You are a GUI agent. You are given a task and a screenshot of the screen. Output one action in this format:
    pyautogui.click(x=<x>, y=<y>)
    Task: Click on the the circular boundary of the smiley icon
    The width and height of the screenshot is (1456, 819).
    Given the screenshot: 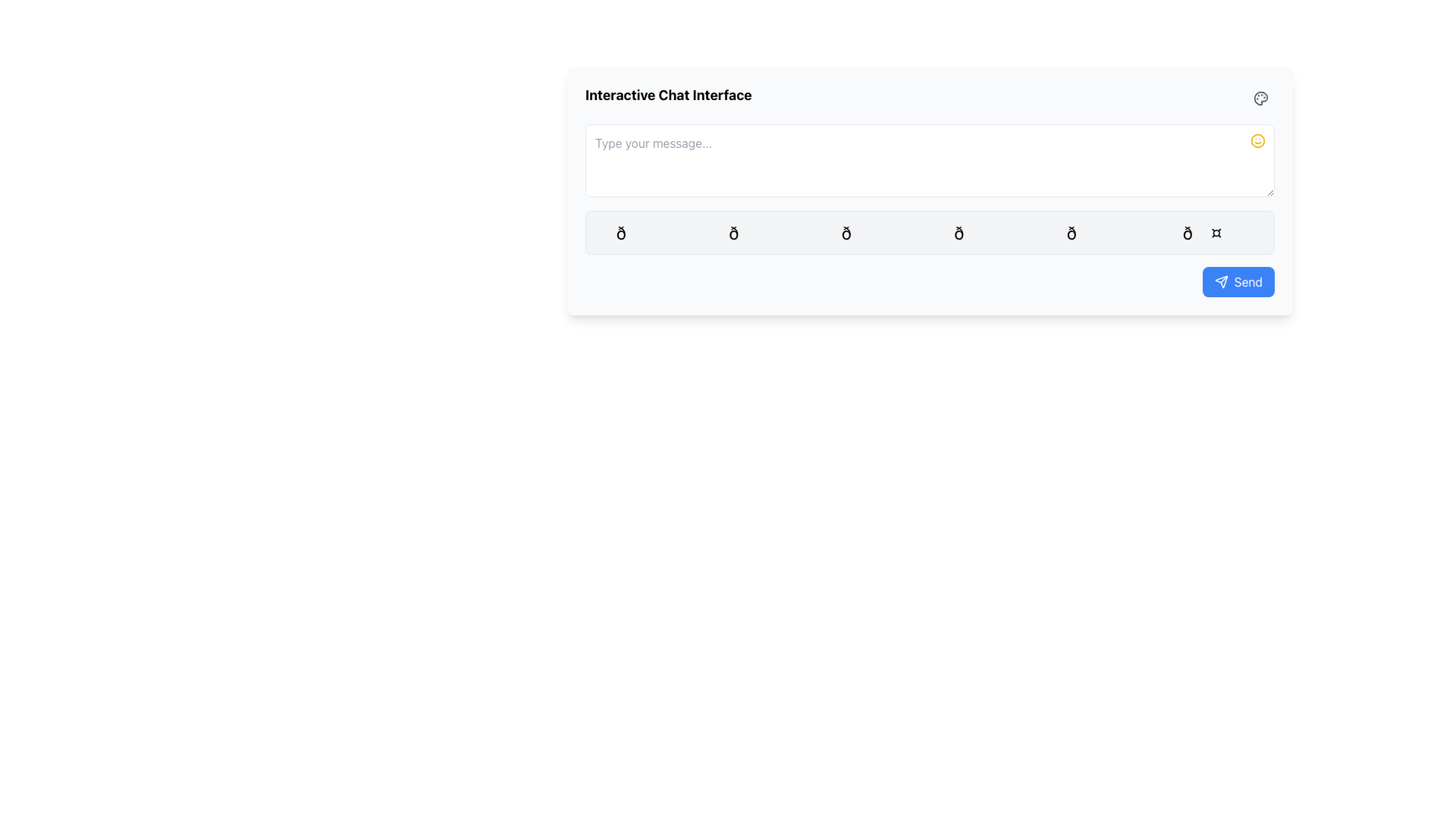 What is the action you would take?
    pyautogui.click(x=1258, y=140)
    